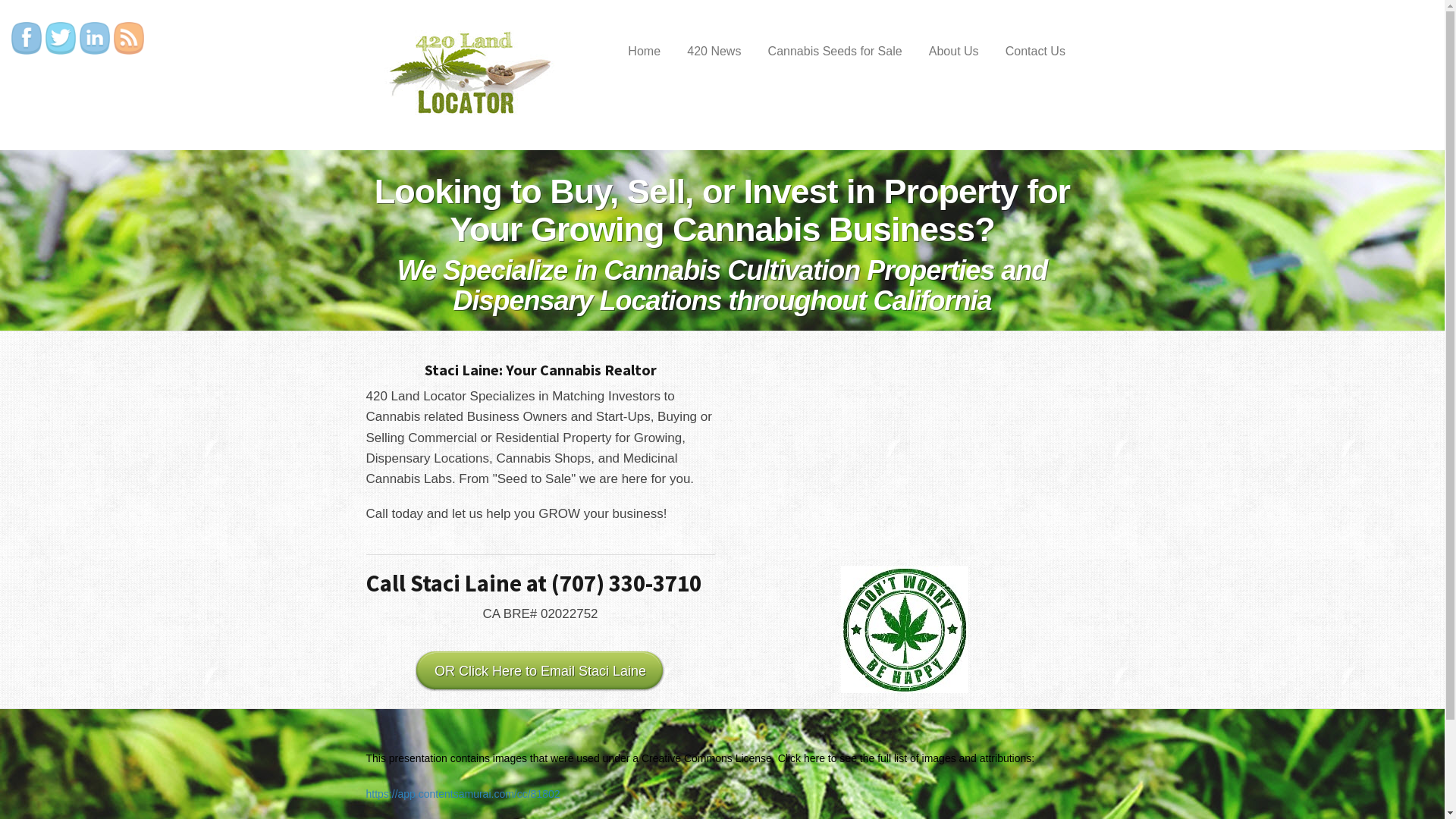 This screenshot has height=819, width=1456. I want to click on 'Facebook', so click(26, 37).